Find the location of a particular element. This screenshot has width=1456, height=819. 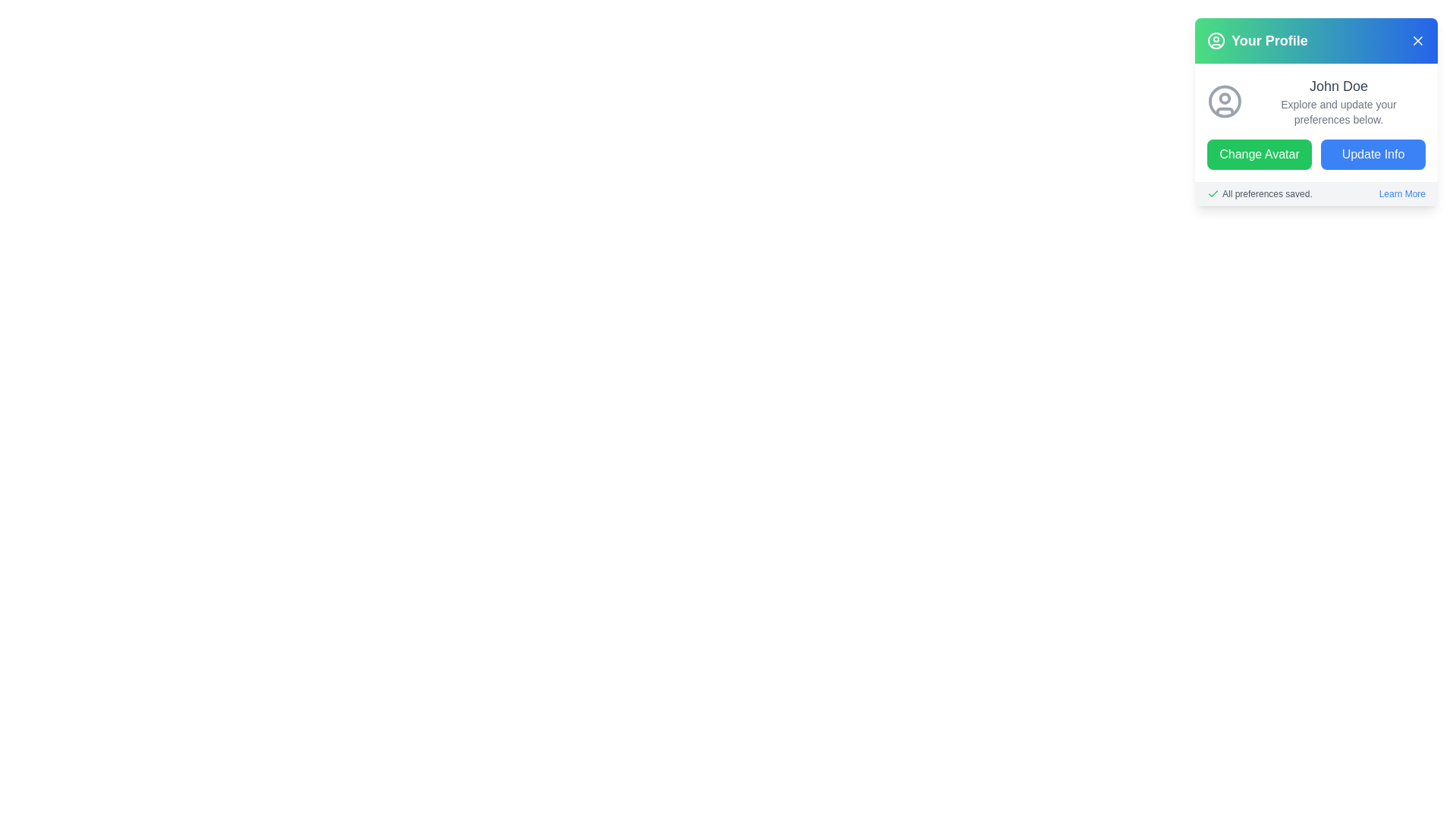

the 'X' button in the top-right corner of the modal dialog is located at coordinates (1417, 40).